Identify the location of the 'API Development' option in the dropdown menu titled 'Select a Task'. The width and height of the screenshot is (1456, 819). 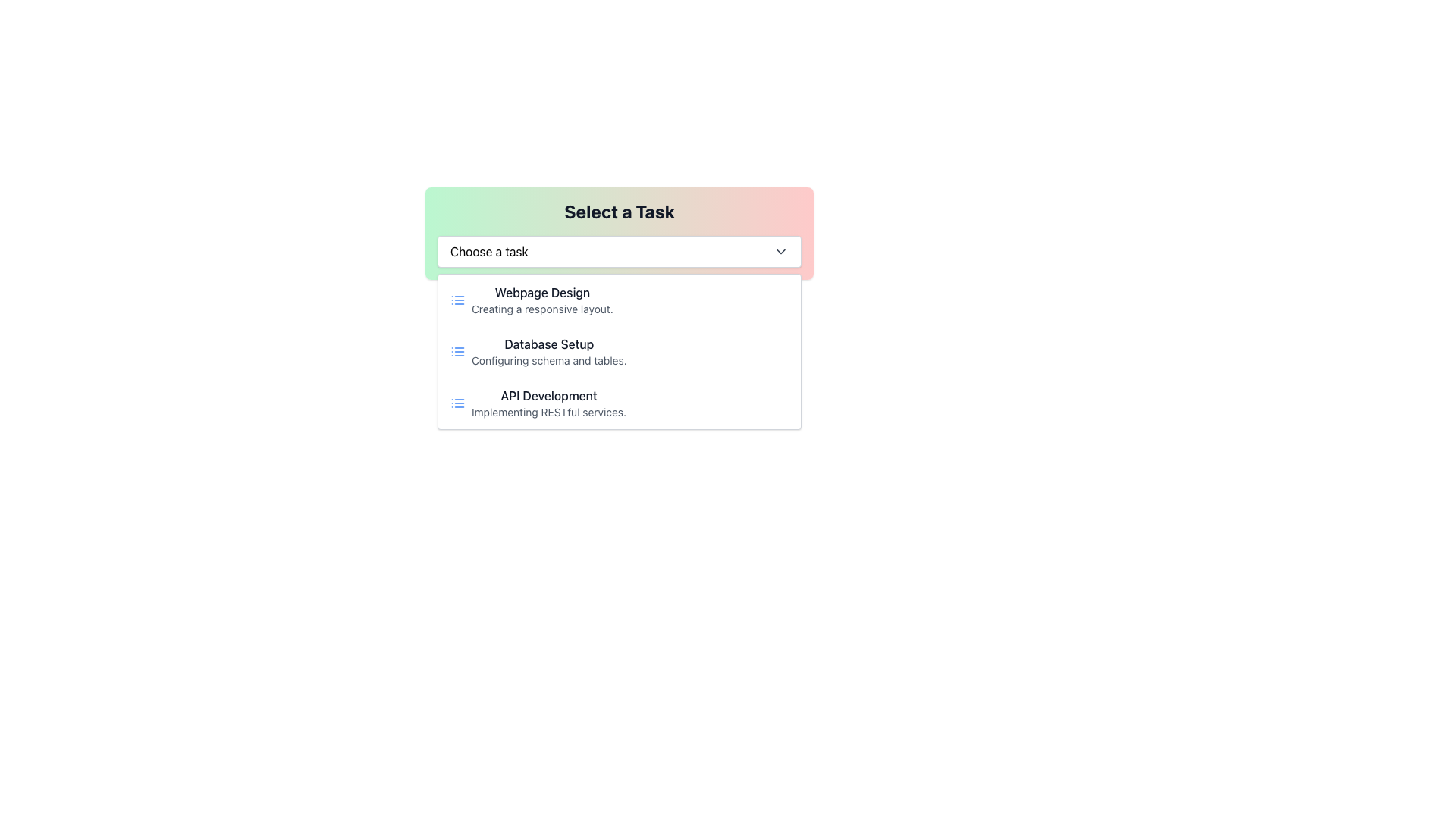
(619, 403).